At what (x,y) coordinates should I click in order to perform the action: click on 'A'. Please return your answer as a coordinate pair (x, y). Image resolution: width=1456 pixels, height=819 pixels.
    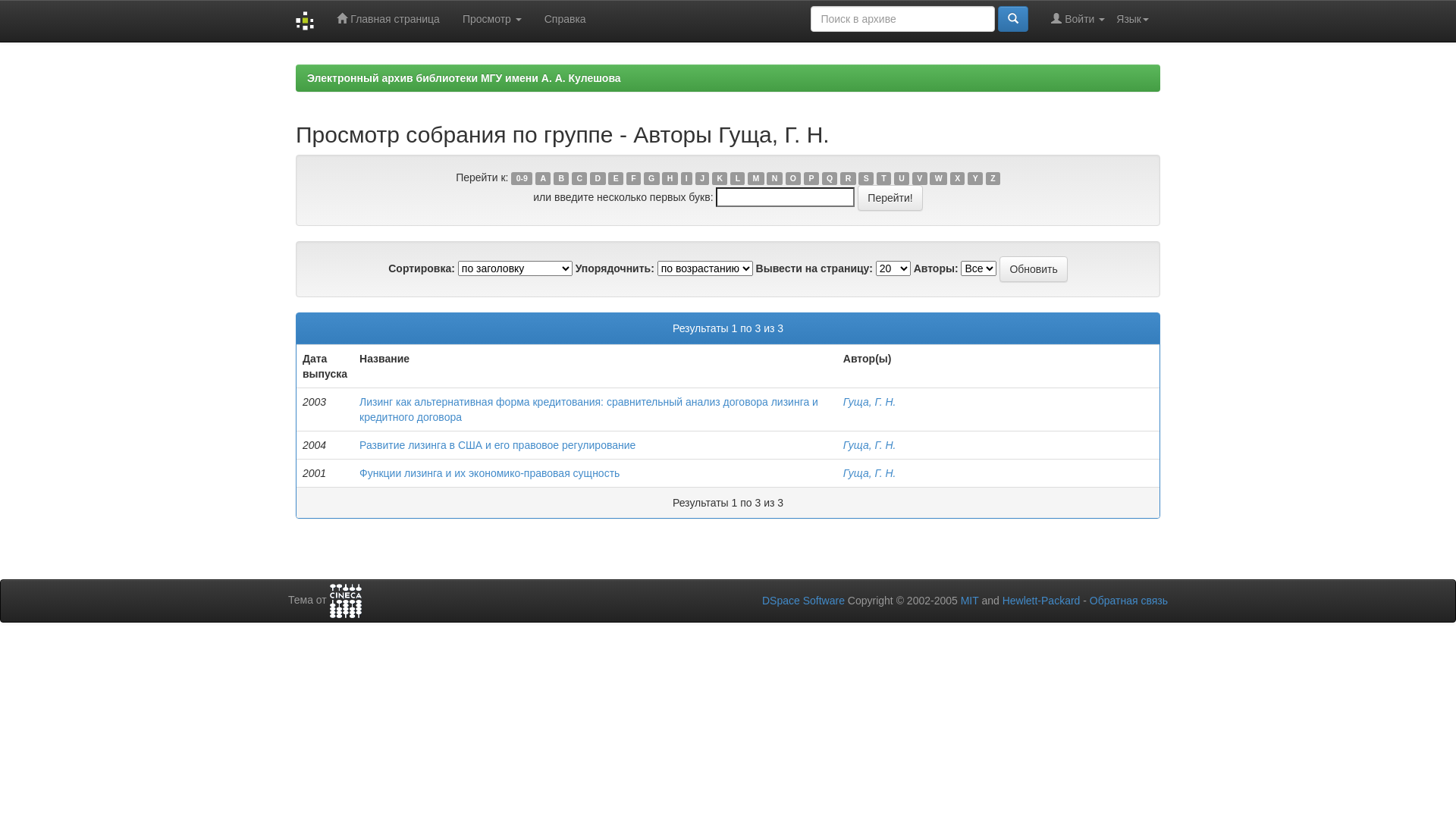
    Looking at the image, I should click on (535, 177).